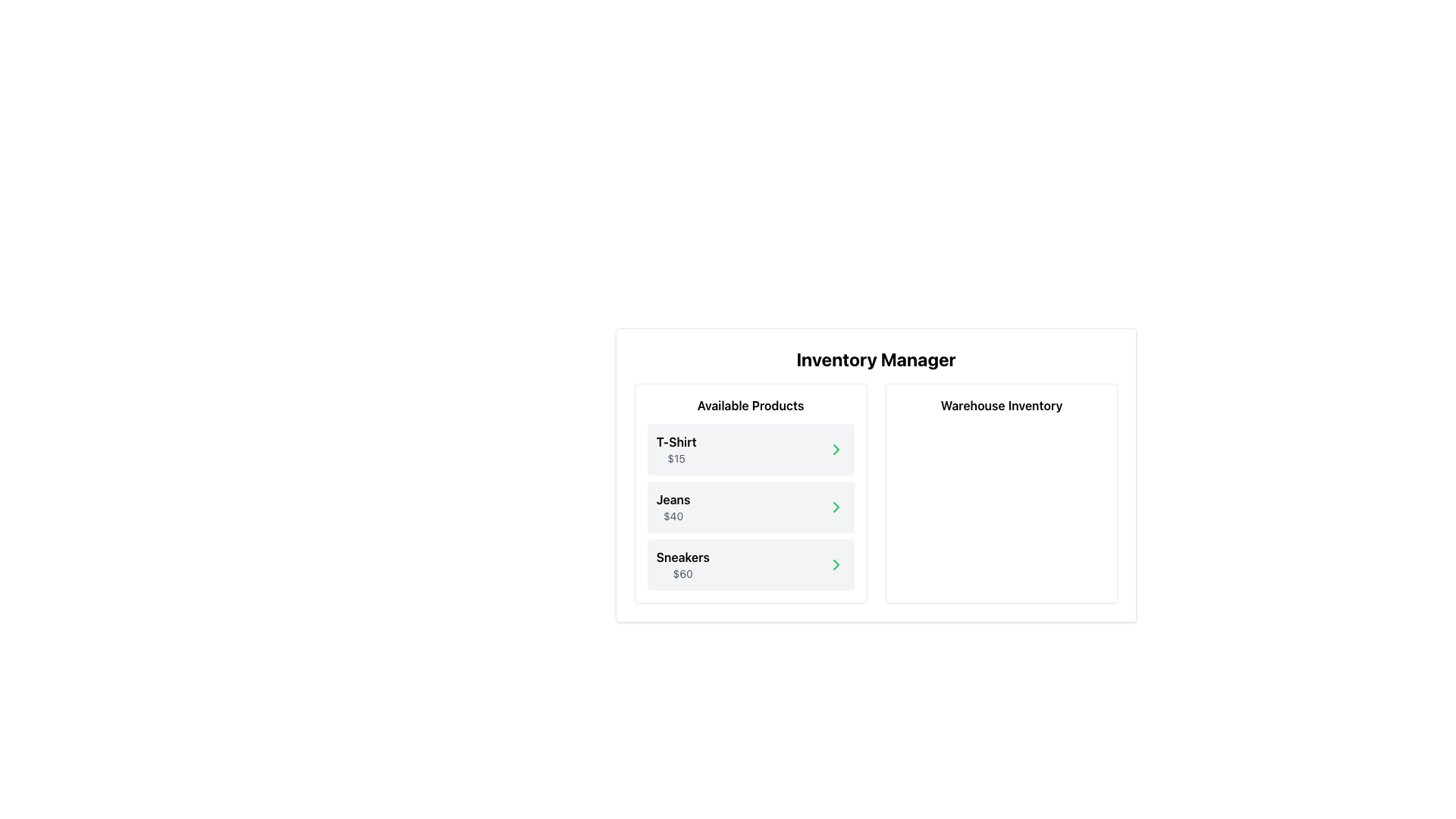 The image size is (1456, 819). What do you see at coordinates (673, 507) in the screenshot?
I see `the text label displaying 'Jeans' in bold, which is the second item in the list under 'Available Products'` at bounding box center [673, 507].